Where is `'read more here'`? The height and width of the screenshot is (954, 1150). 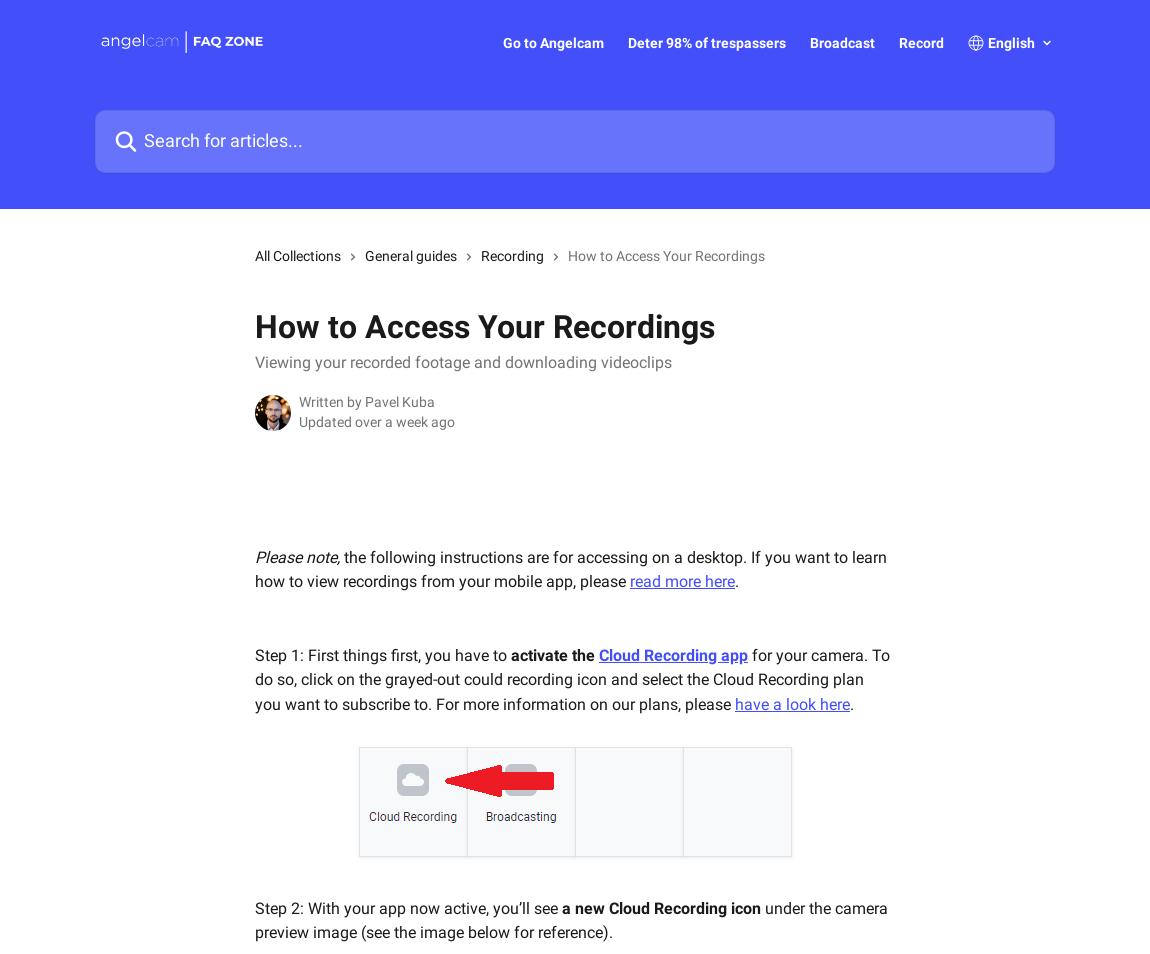 'read more here' is located at coordinates (628, 580).